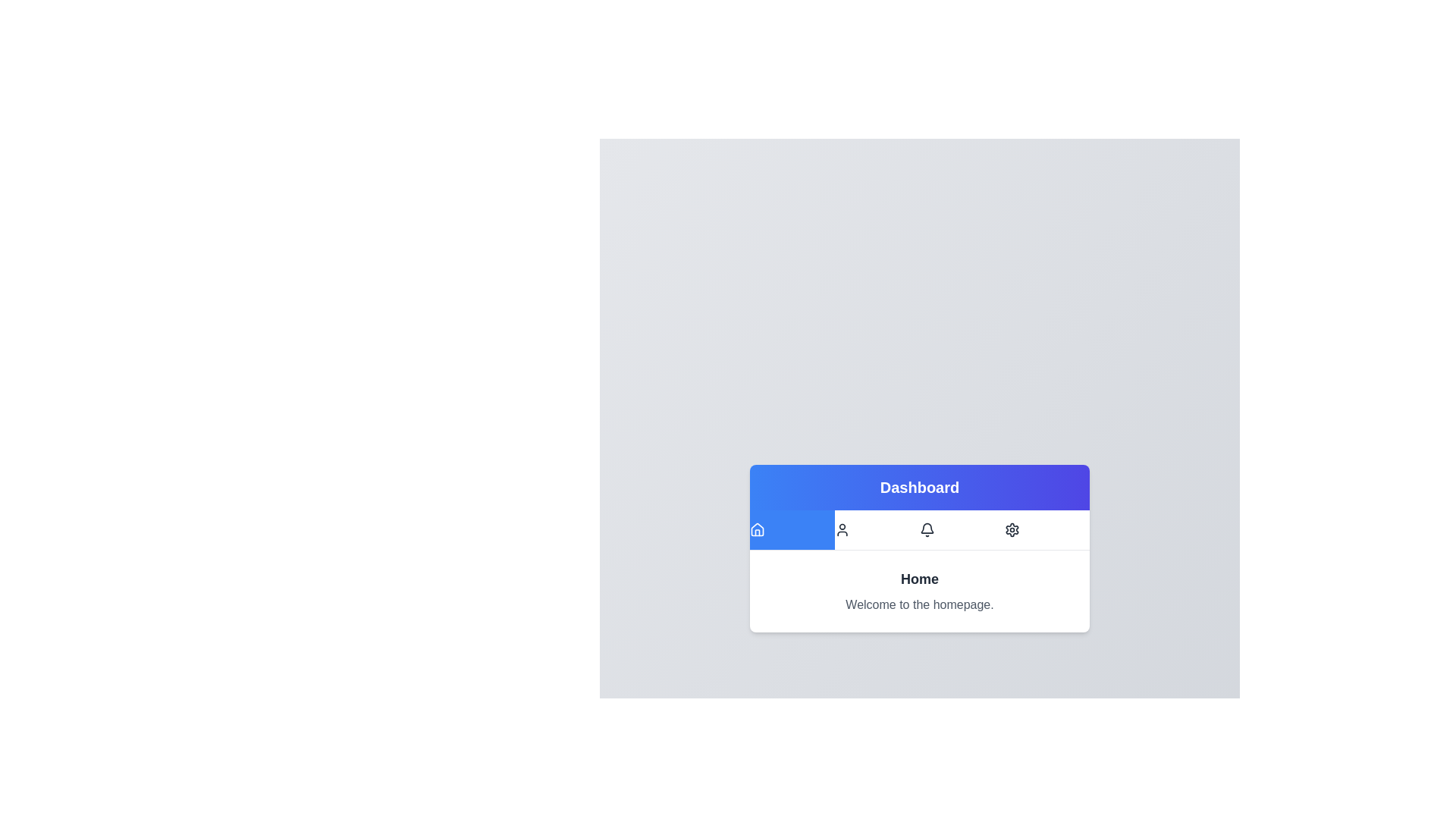 The width and height of the screenshot is (1456, 819). What do you see at coordinates (961, 529) in the screenshot?
I see `the Notifications tab to navigate to the corresponding section` at bounding box center [961, 529].